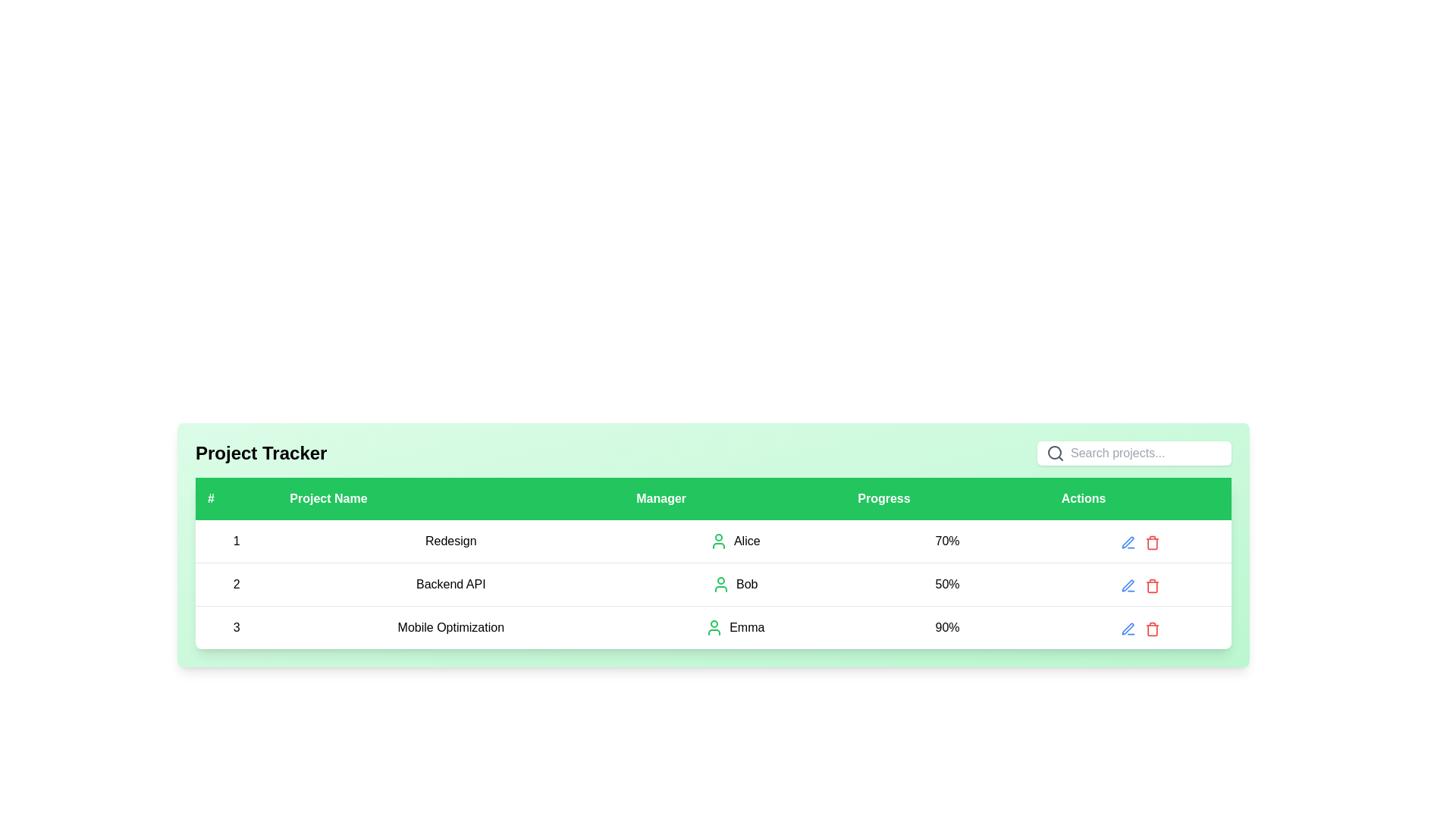  What do you see at coordinates (1140, 542) in the screenshot?
I see `the icons in the 'Actions' column of the table for the 'Redesign' project managed by 'Alice'` at bounding box center [1140, 542].